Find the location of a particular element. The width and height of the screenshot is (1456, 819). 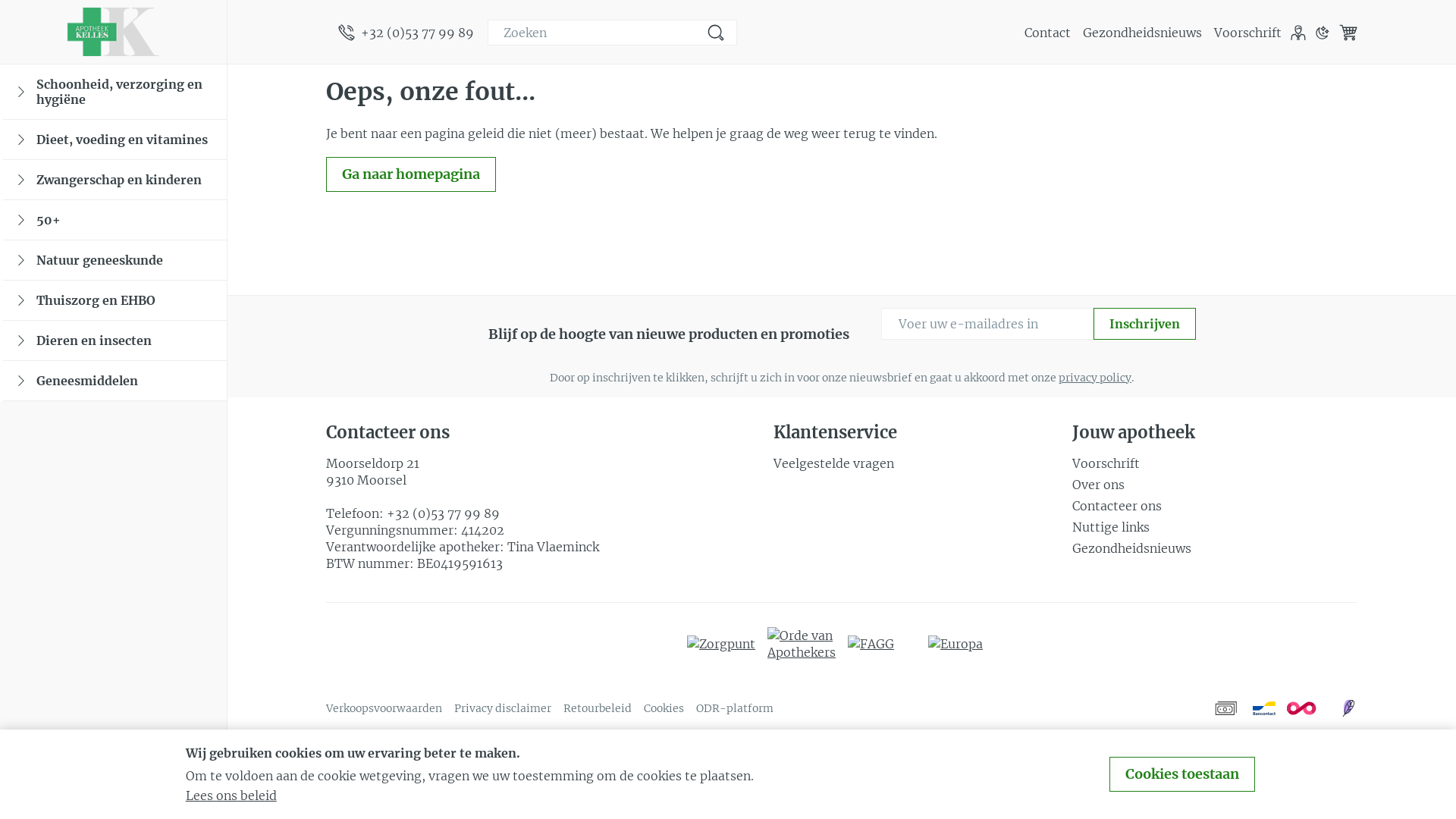

'Contact' is located at coordinates (1046, 32).